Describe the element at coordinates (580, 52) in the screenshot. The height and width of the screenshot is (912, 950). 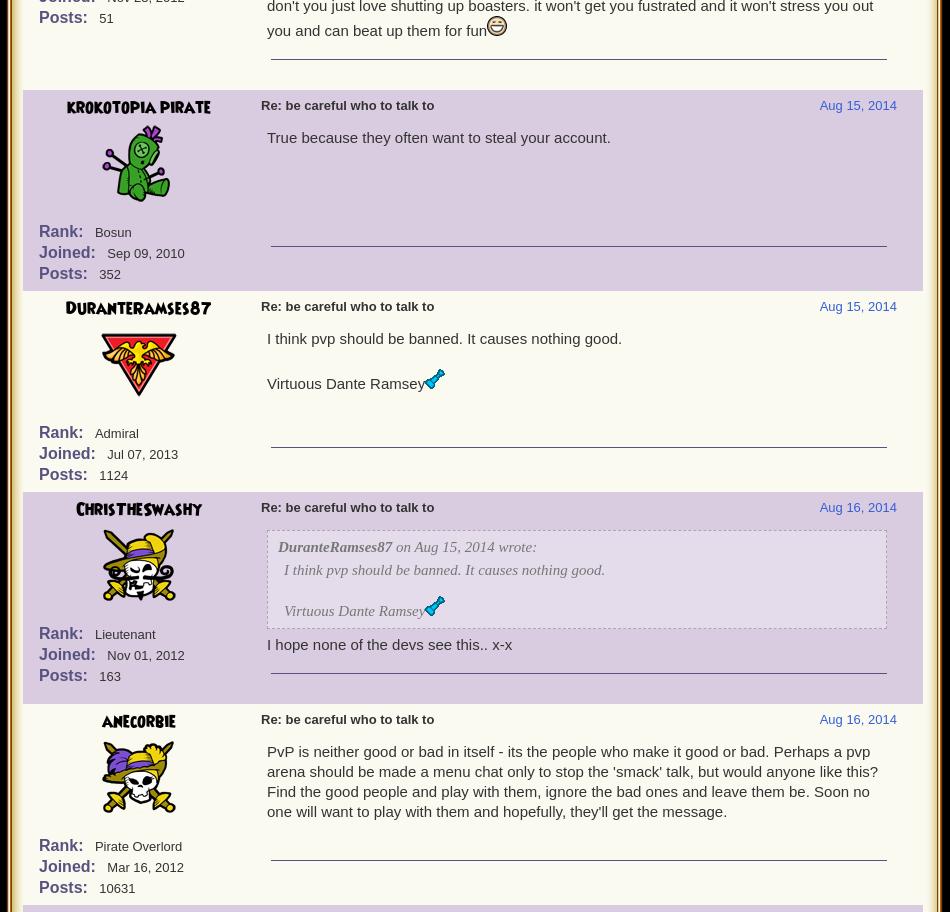
I see `'He put his best armor on! Lets just say it didn't turn out like he planned. I defeated him in less then five rounds without even buffing. Then he actually said, " Ha, I was going easy on you anyway noob. I didn't want you crying at my feet". I then told him to check my level. He stopped talking and left! Next time look before you challenge someone!'` at that location.